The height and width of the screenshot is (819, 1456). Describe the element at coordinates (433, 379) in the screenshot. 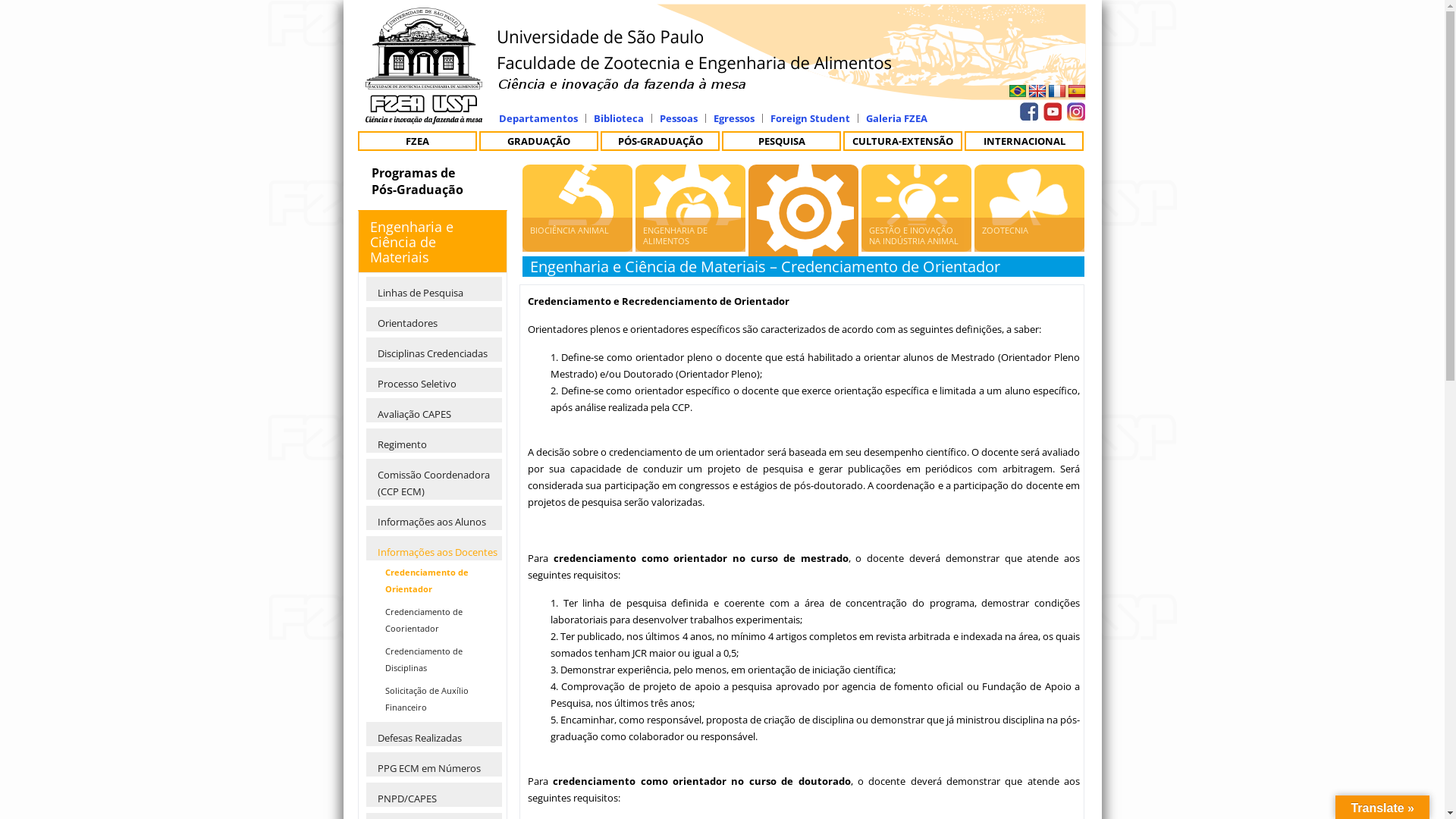

I see `'Processo Seletivo'` at that location.